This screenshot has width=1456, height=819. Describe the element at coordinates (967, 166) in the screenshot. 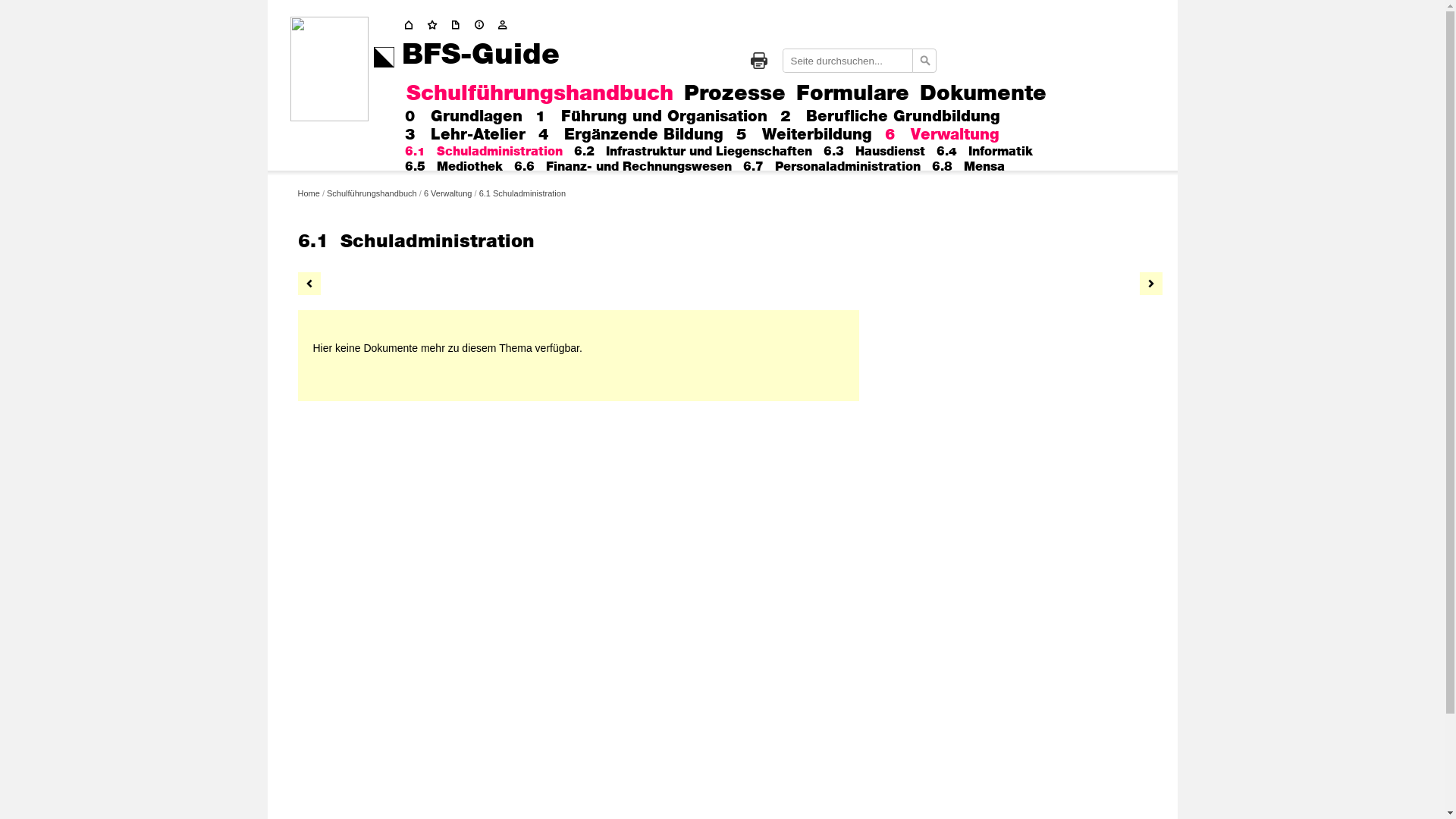

I see `'6.8   Mensa'` at that location.